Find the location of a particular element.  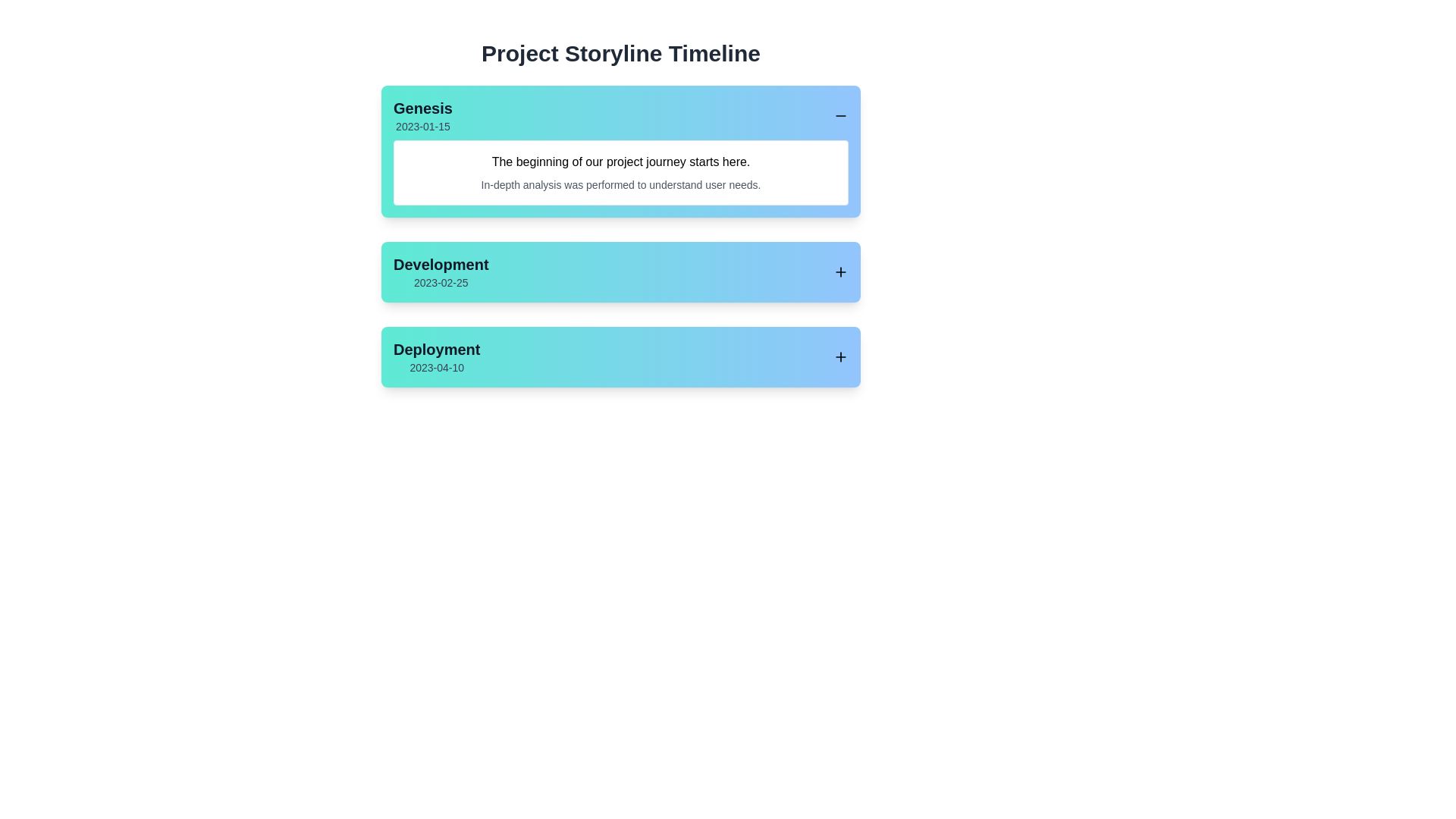

the plus icon located at the rightmost side of the 'Deployment' section is located at coordinates (839, 356).